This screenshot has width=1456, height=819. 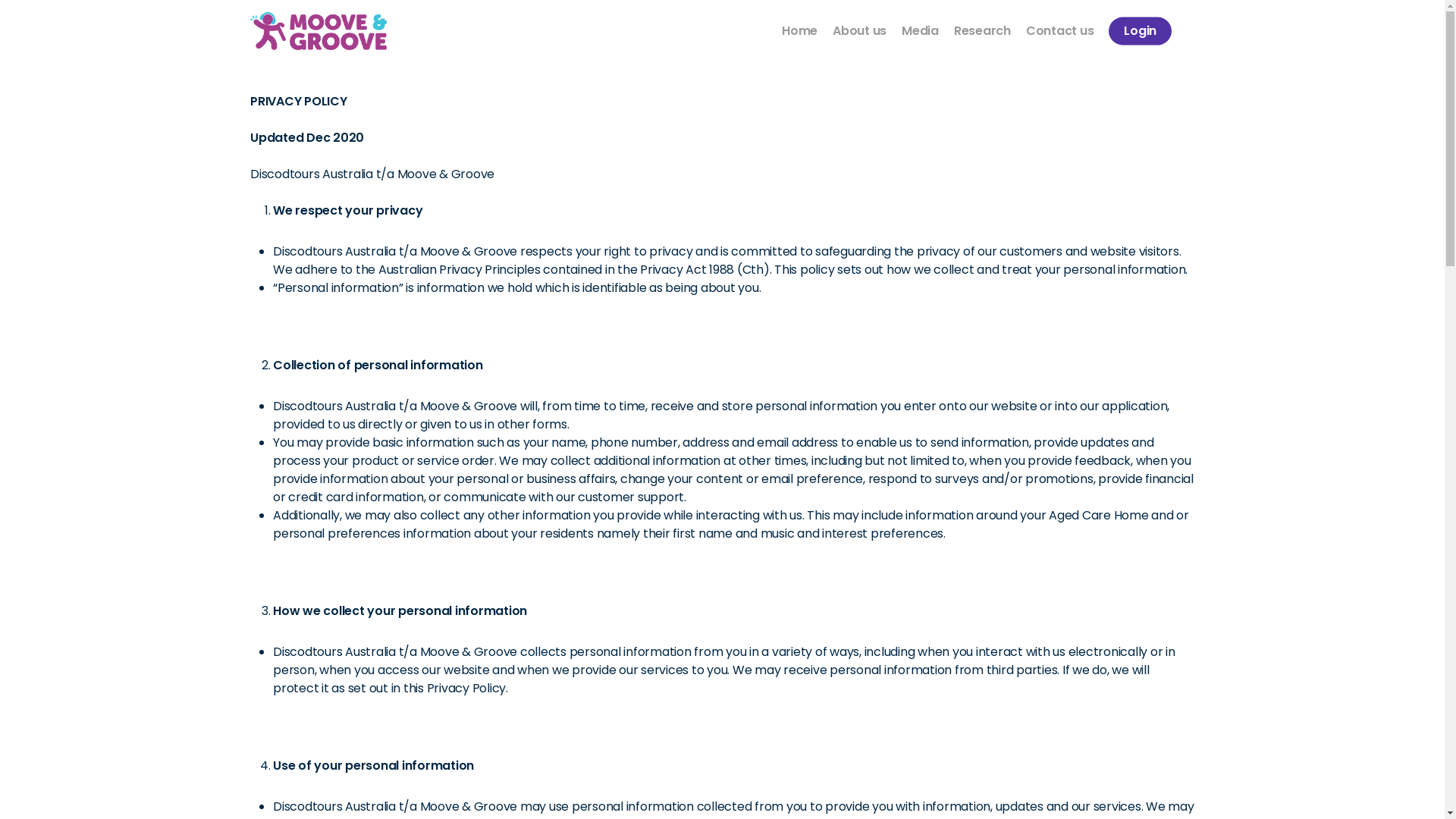 I want to click on 'Media', so click(x=919, y=31).